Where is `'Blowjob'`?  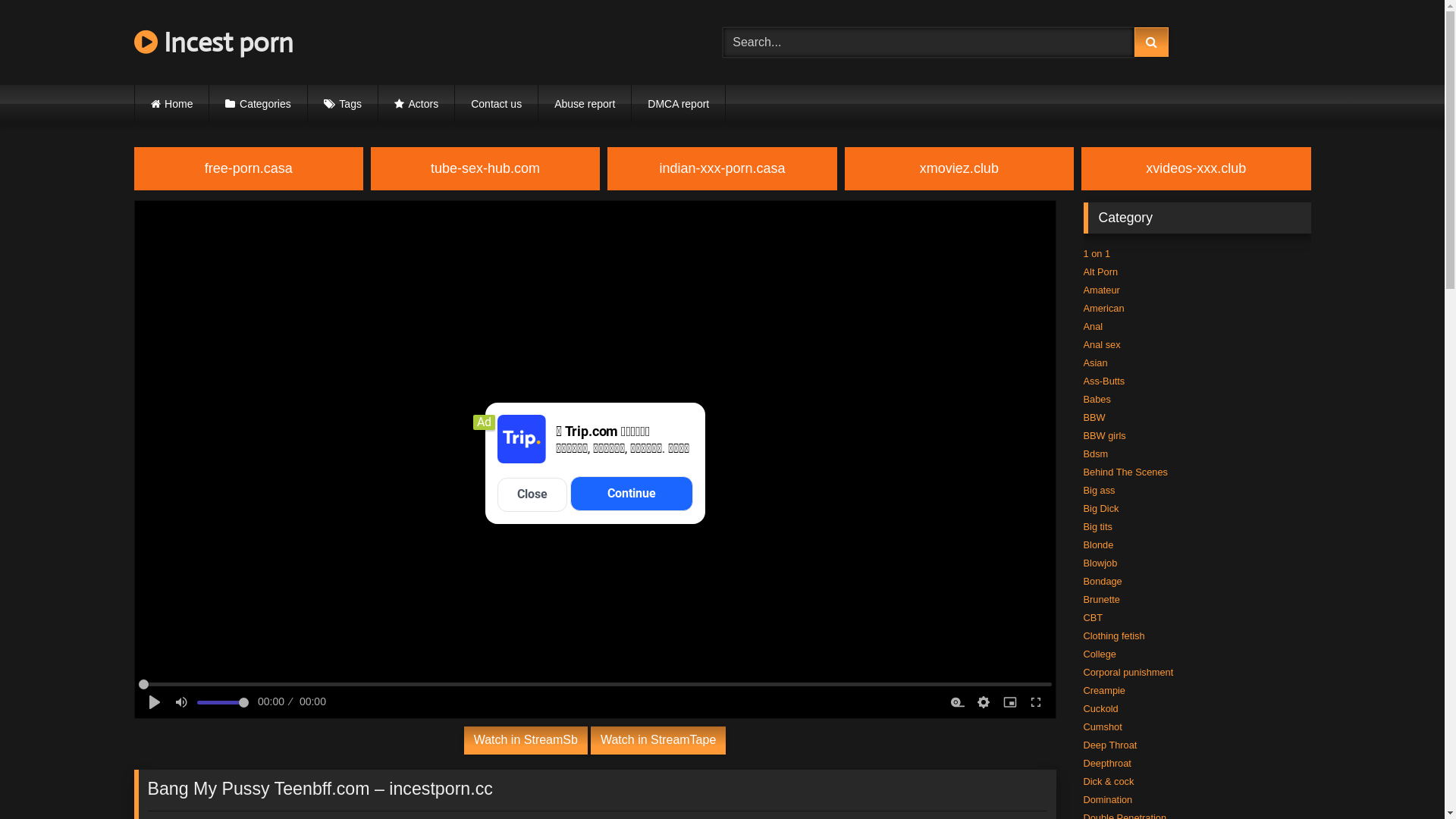
'Blowjob' is located at coordinates (1100, 563).